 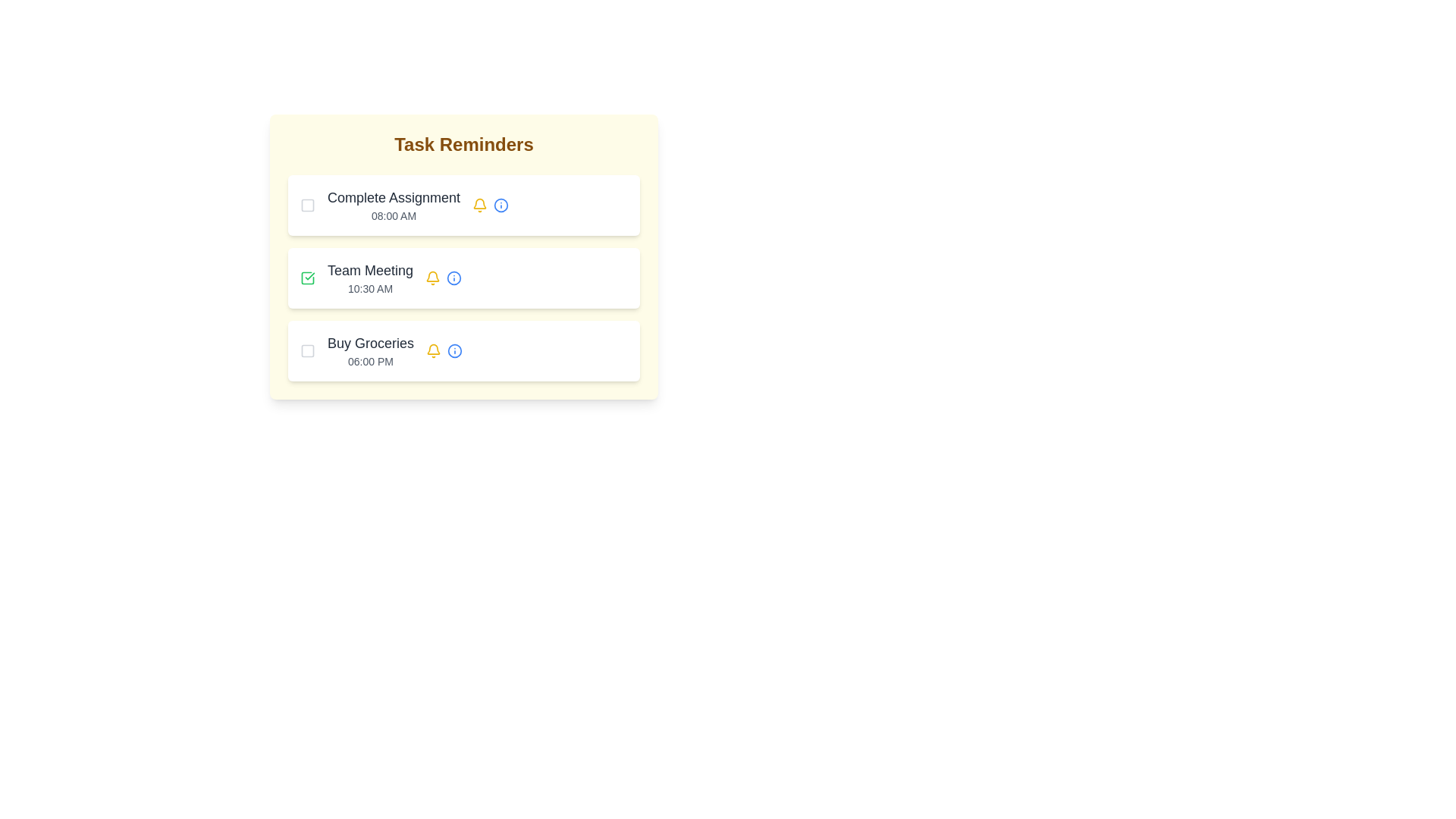 What do you see at coordinates (443, 350) in the screenshot?
I see `the bell icon located on the right side of the 'Buy Groceries' task row in the task reminder list` at bounding box center [443, 350].